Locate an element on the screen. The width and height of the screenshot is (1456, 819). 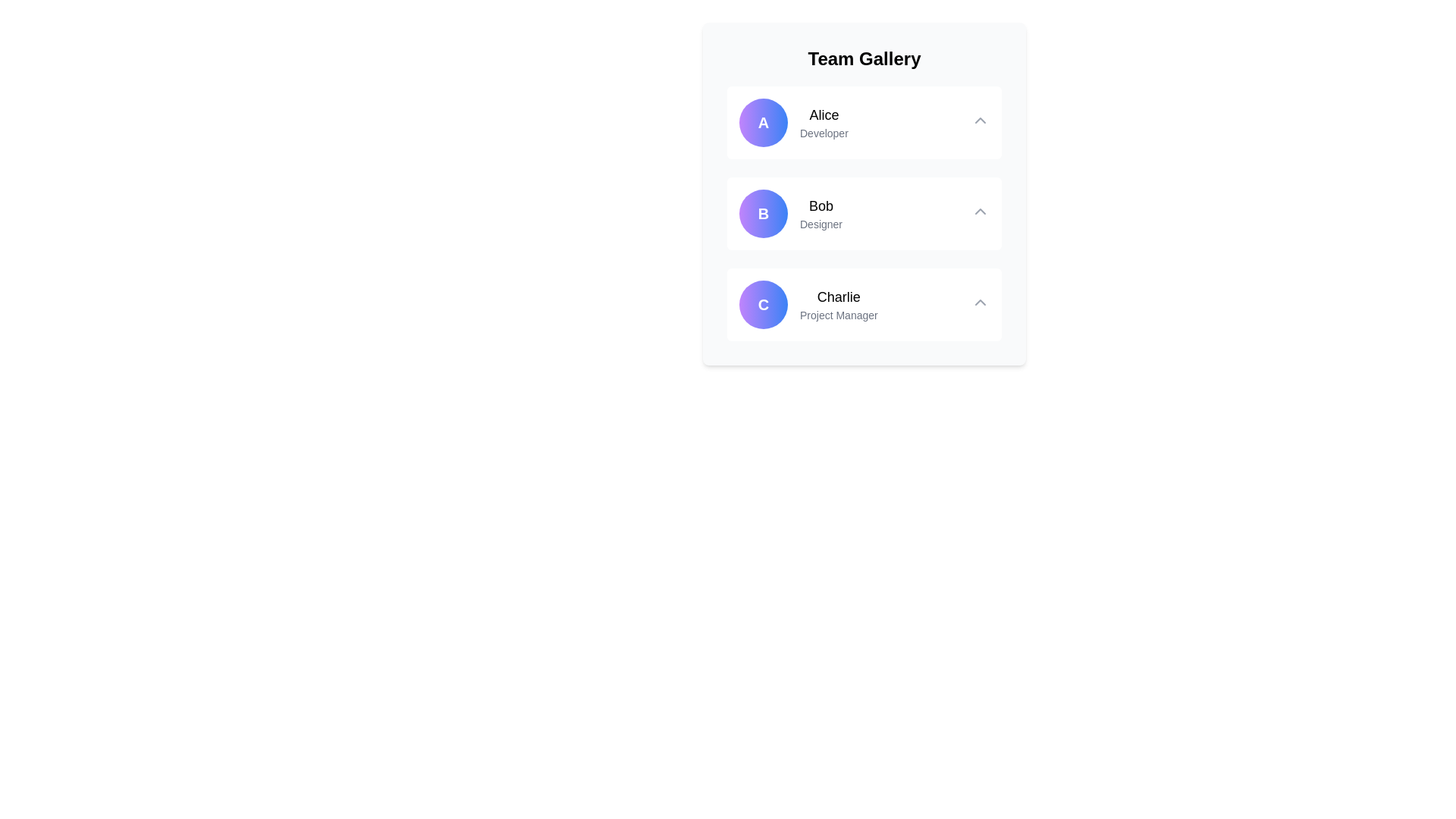
the static text element reading 'Developer' which is styled in a small gray font and located beneath the larger text 'Alice' in the 'Team Gallery' section is located at coordinates (823, 133).